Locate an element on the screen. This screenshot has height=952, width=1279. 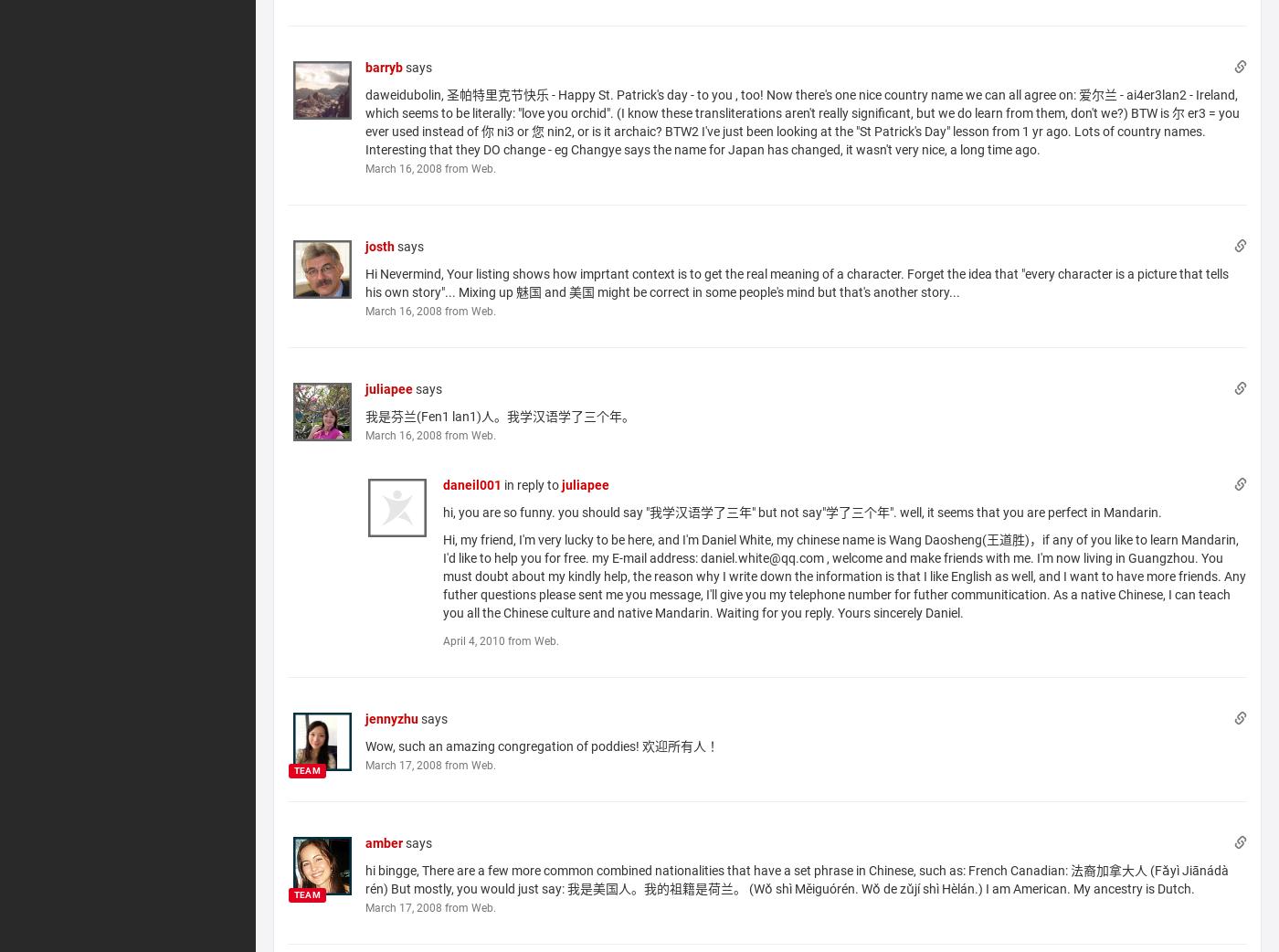
'jennyzhu' is located at coordinates (391, 717).